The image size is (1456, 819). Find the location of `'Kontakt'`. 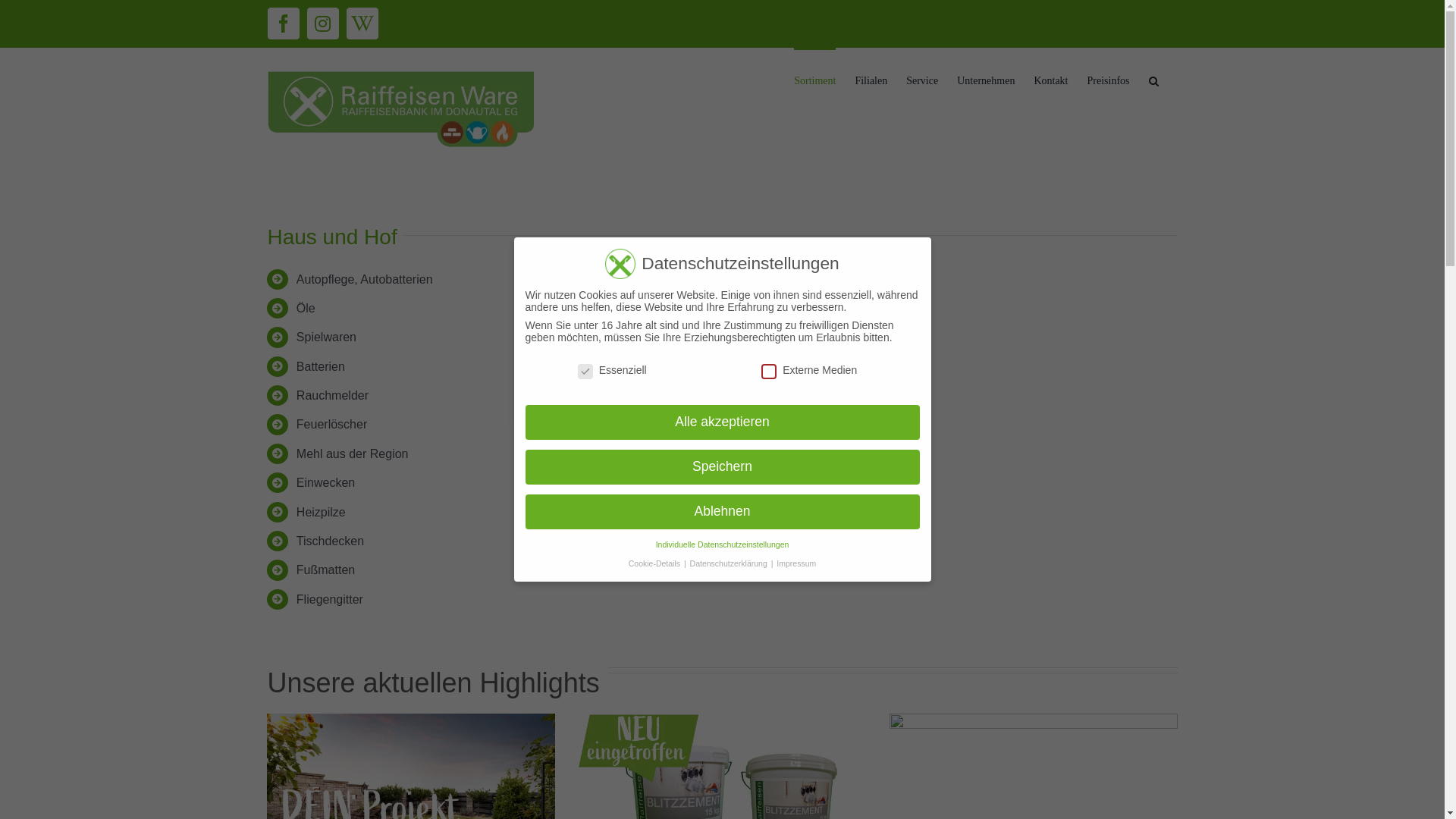

'Kontakt' is located at coordinates (1050, 79).